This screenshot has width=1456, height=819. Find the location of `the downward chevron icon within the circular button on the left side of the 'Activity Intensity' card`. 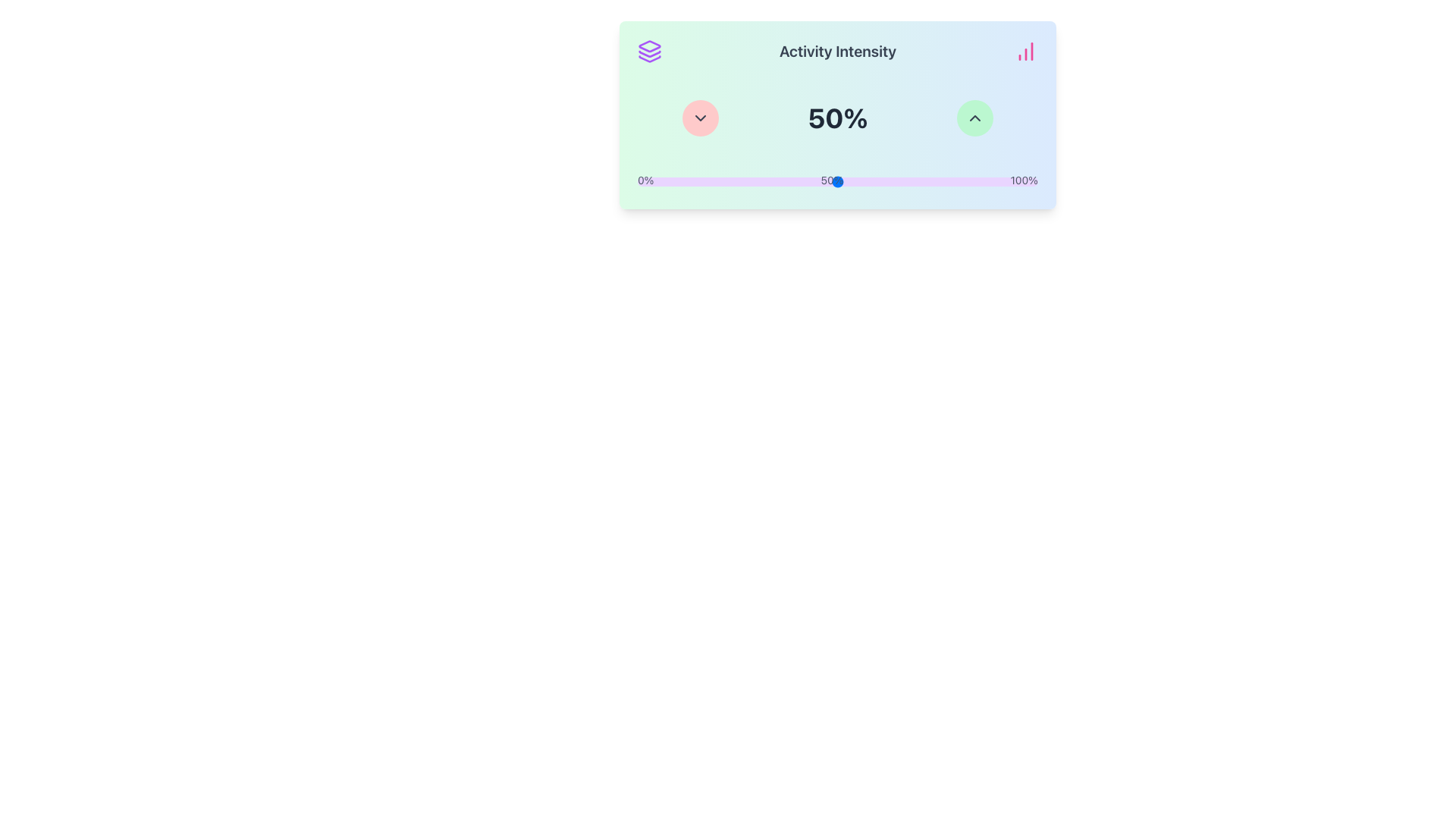

the downward chevron icon within the circular button on the left side of the 'Activity Intensity' card is located at coordinates (699, 117).